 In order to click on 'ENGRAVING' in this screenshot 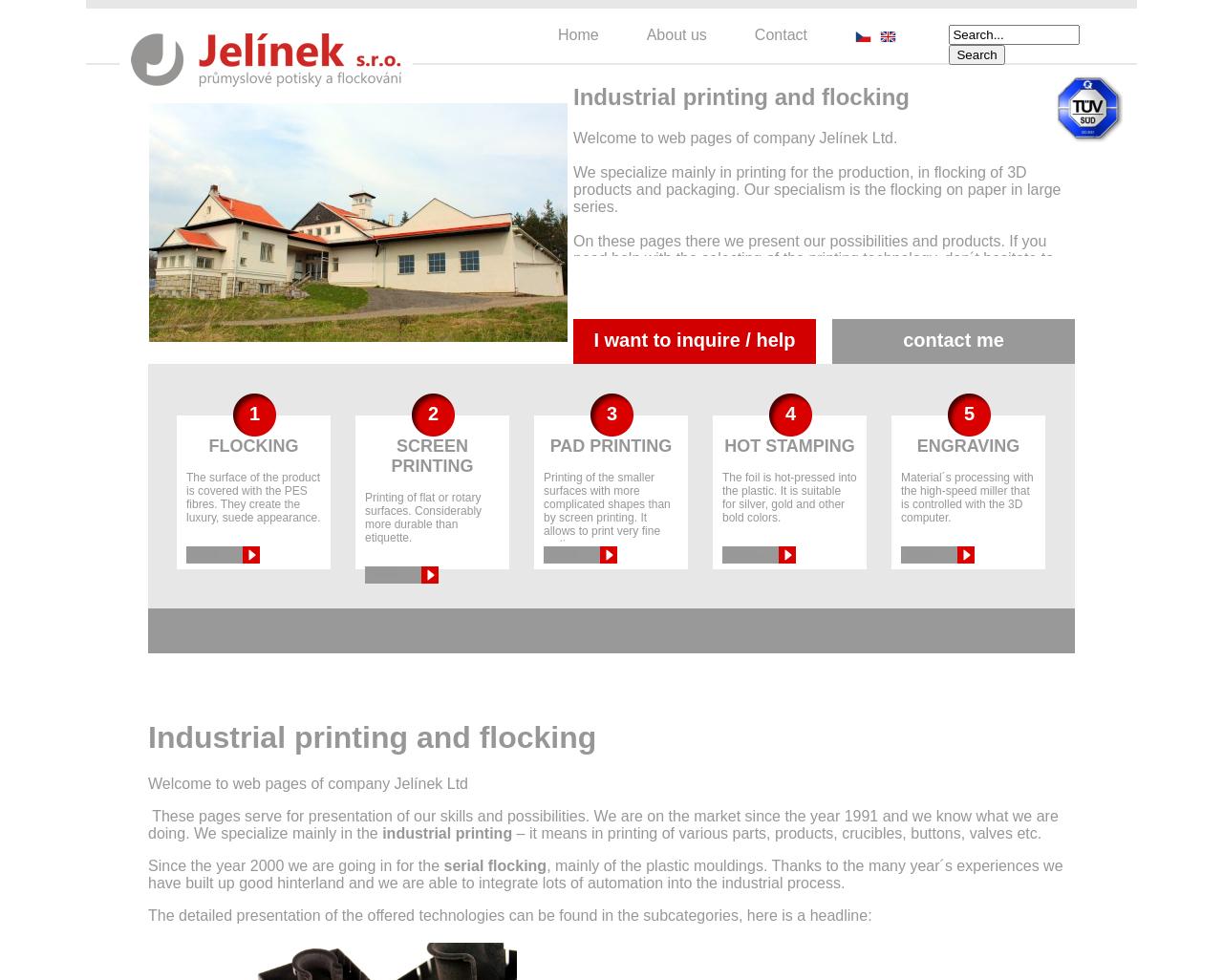, I will do `click(967, 445)`.